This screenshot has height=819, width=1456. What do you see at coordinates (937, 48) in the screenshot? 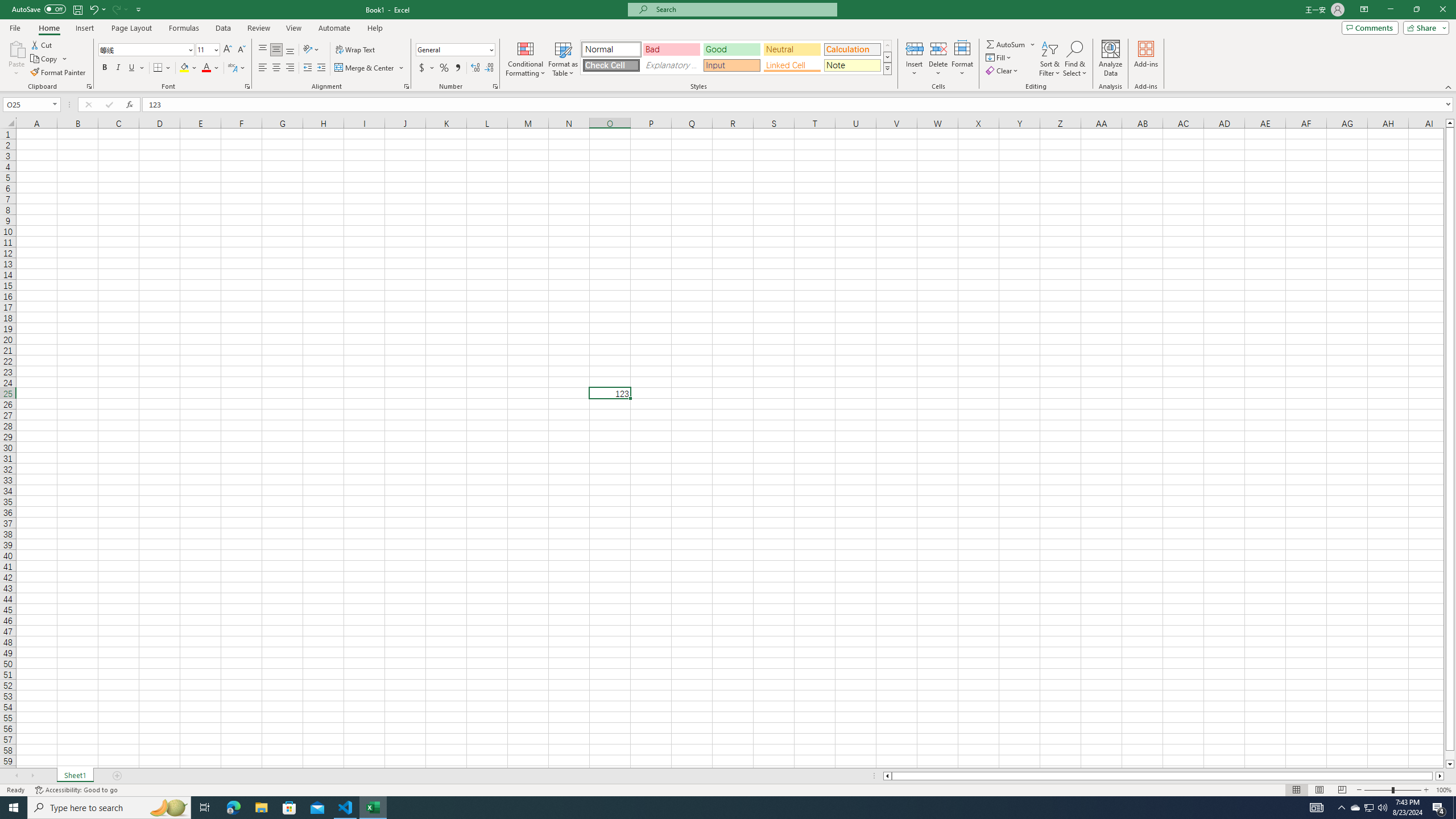
I see `'Delete Cells...'` at bounding box center [937, 48].